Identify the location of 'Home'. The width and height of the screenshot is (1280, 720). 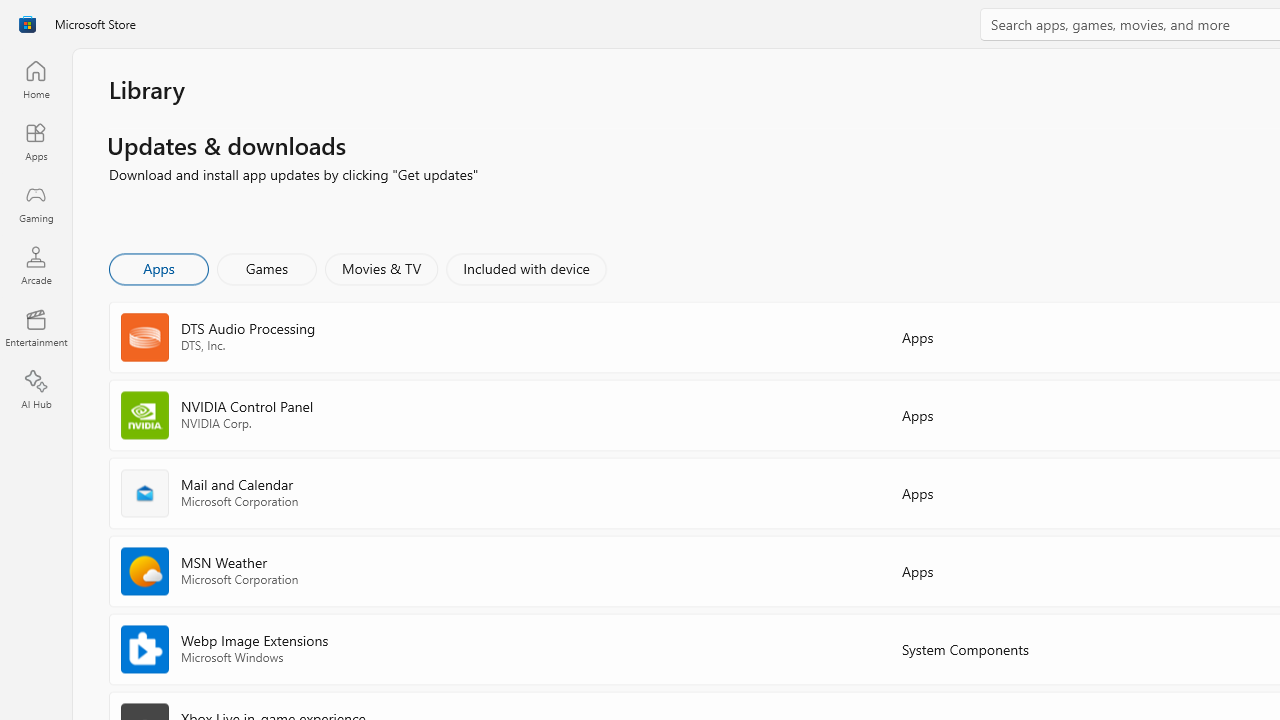
(35, 78).